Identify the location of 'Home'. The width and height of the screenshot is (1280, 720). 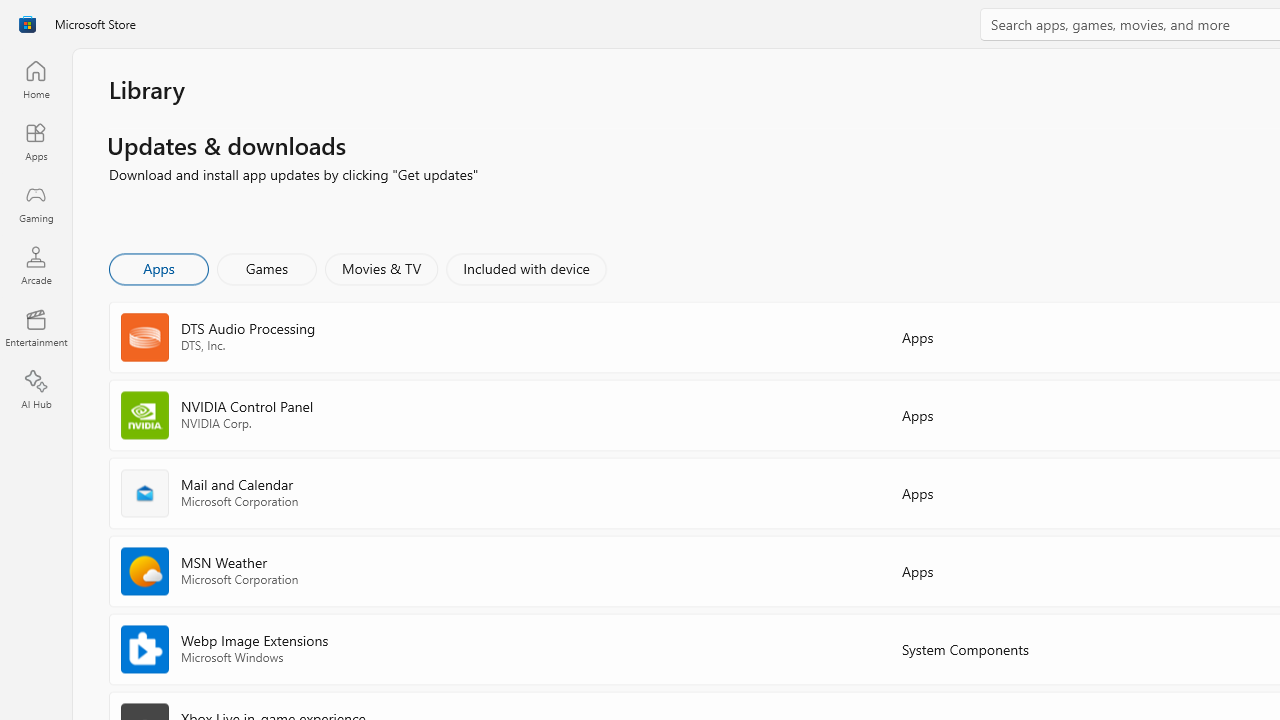
(35, 78).